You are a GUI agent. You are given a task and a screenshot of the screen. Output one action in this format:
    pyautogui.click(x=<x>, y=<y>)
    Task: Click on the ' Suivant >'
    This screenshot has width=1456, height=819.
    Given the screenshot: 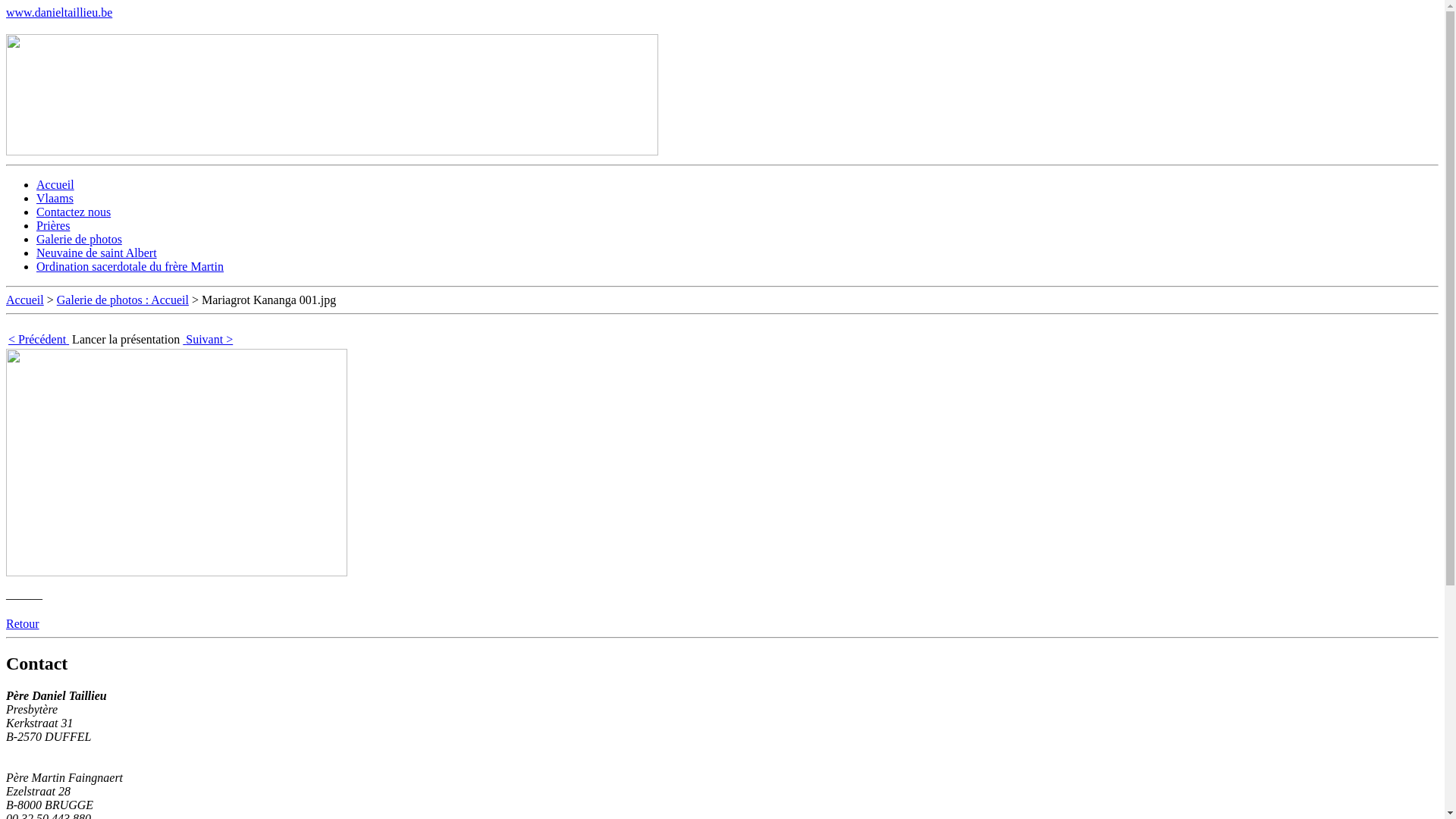 What is the action you would take?
    pyautogui.click(x=206, y=338)
    